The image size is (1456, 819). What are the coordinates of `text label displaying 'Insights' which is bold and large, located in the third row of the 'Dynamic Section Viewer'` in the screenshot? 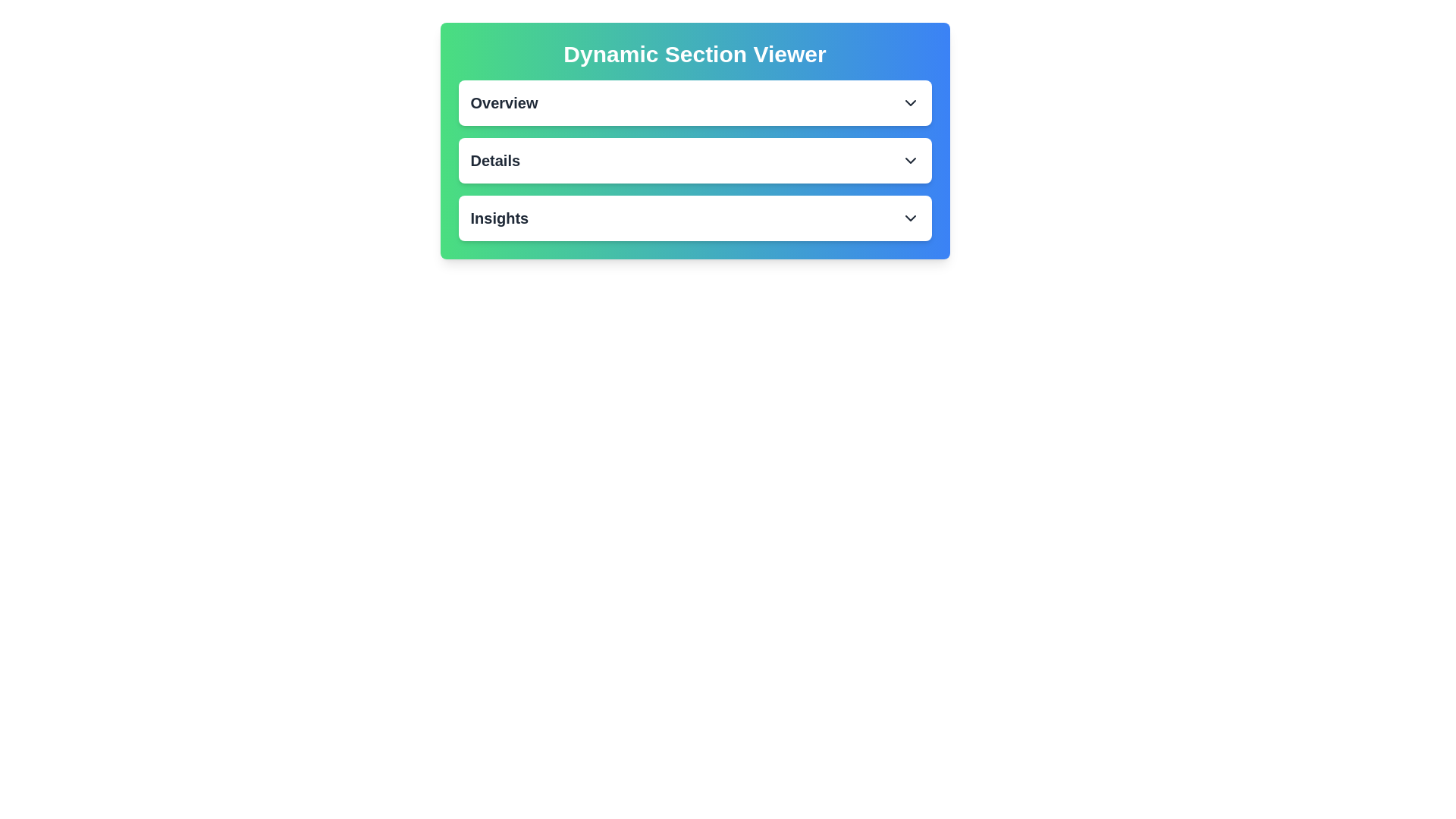 It's located at (499, 218).